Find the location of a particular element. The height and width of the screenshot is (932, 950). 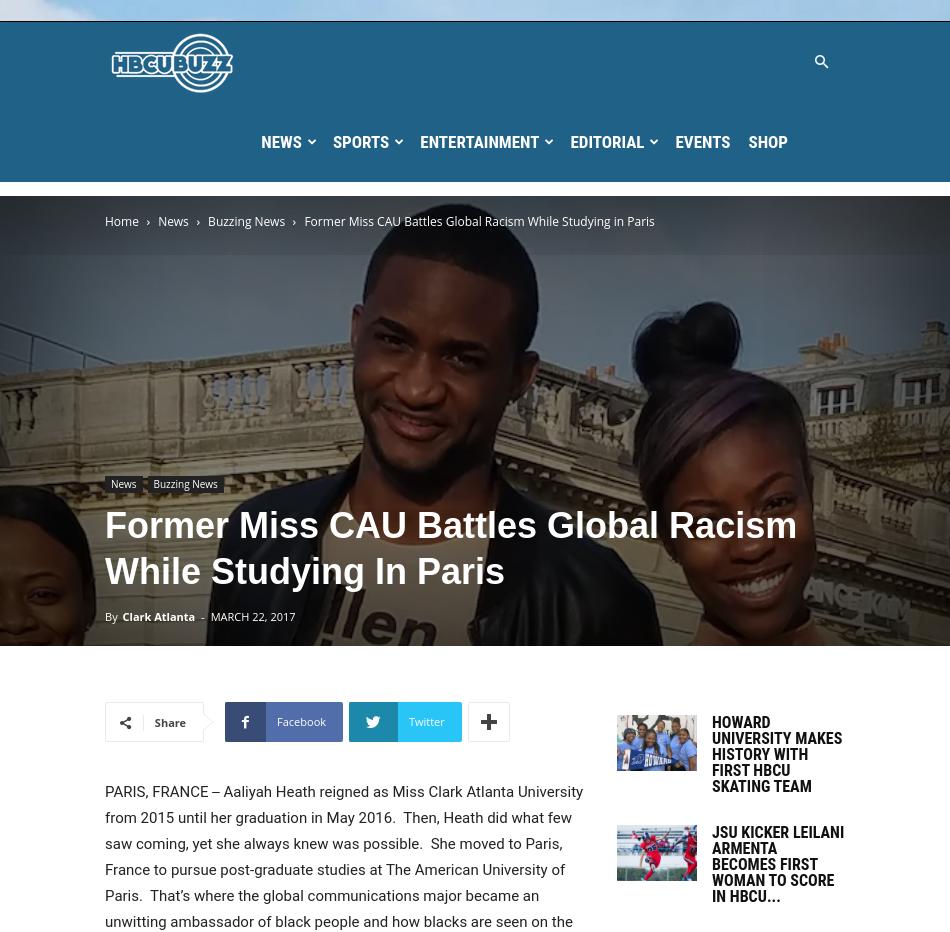

'Twitter' is located at coordinates (425, 720).